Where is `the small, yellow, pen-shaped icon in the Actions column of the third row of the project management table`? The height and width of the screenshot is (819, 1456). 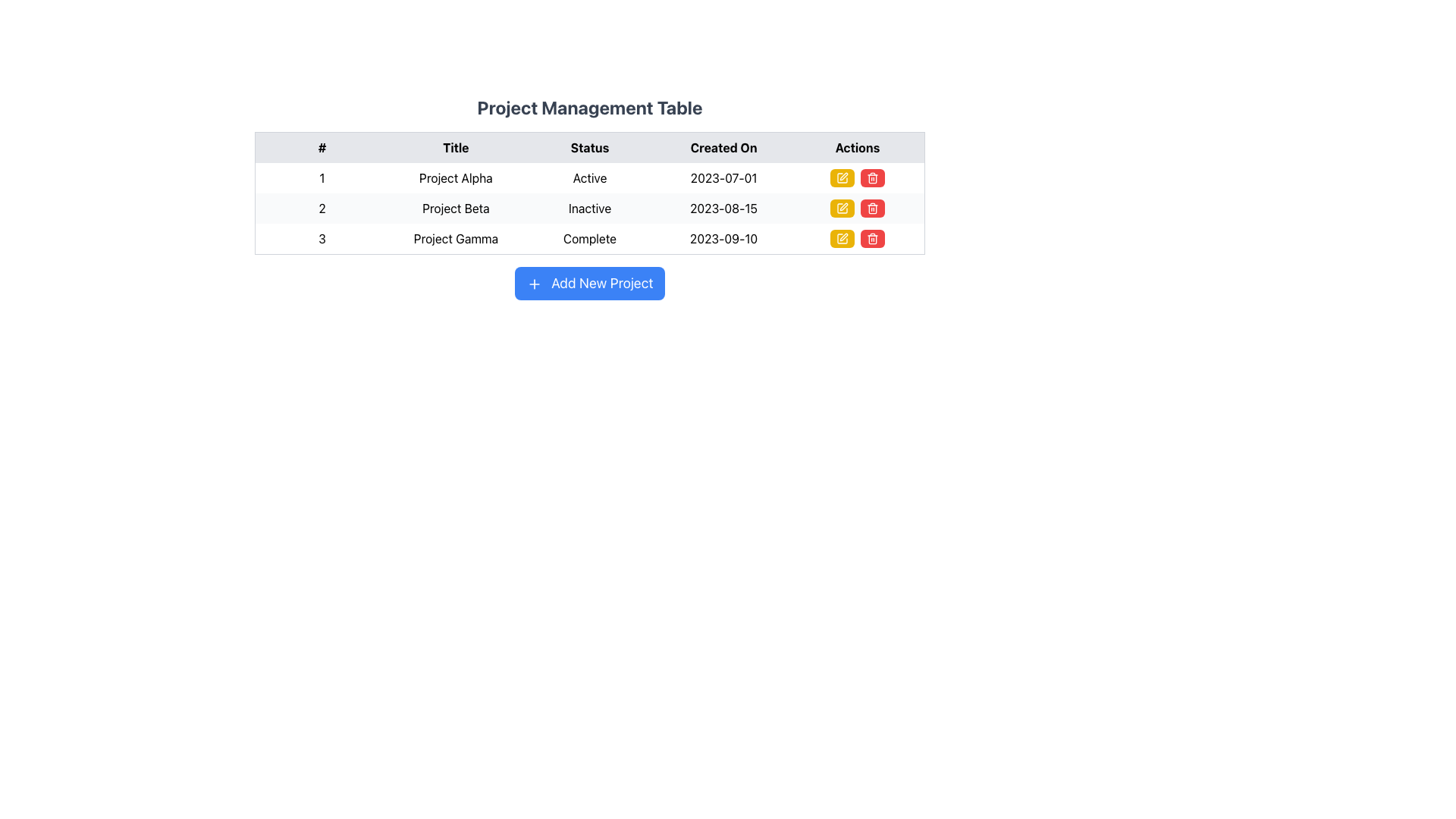 the small, yellow, pen-shaped icon in the Actions column of the third row of the project management table is located at coordinates (843, 237).